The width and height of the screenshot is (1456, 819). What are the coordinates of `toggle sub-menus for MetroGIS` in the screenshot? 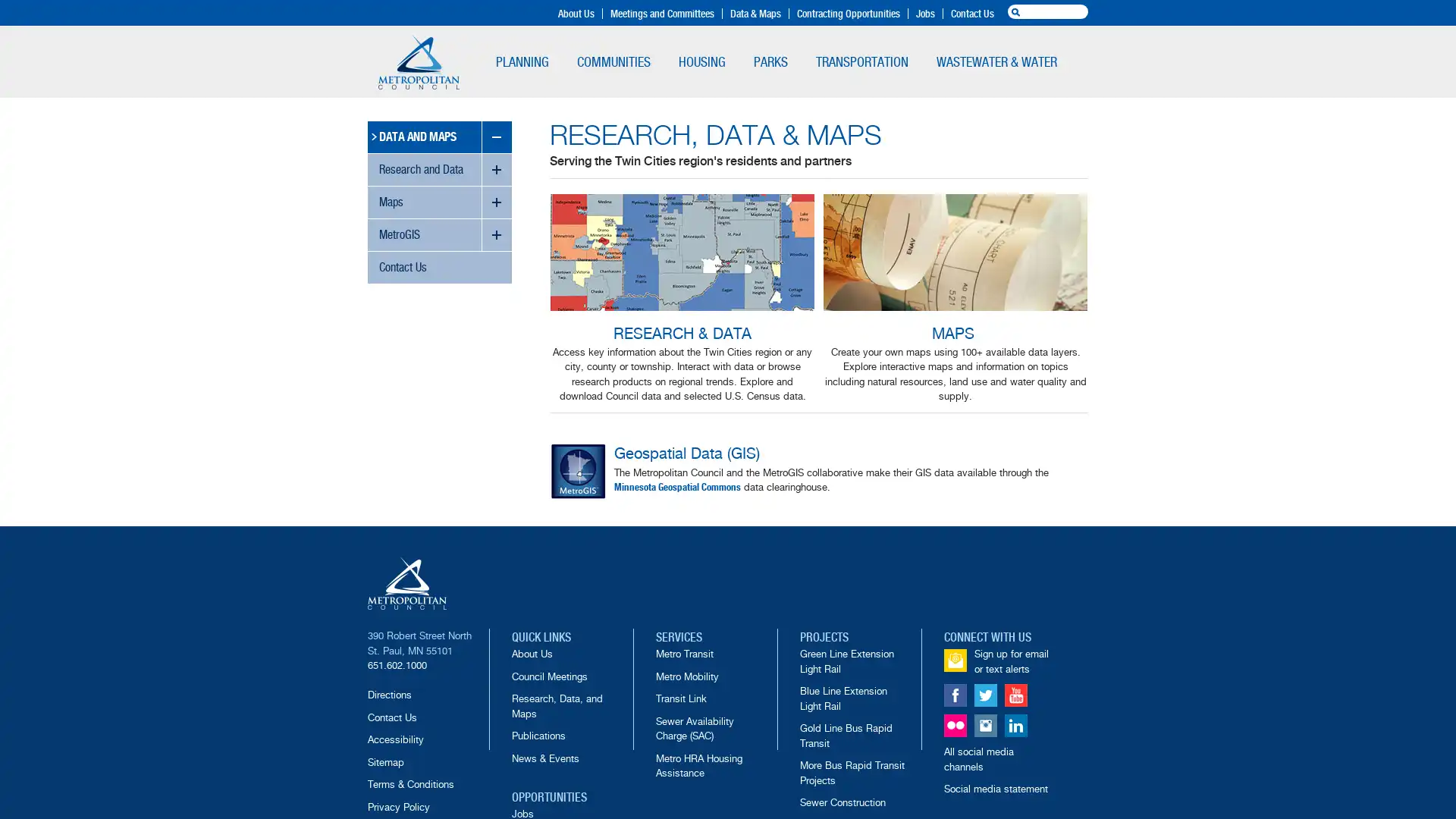 It's located at (496, 235).